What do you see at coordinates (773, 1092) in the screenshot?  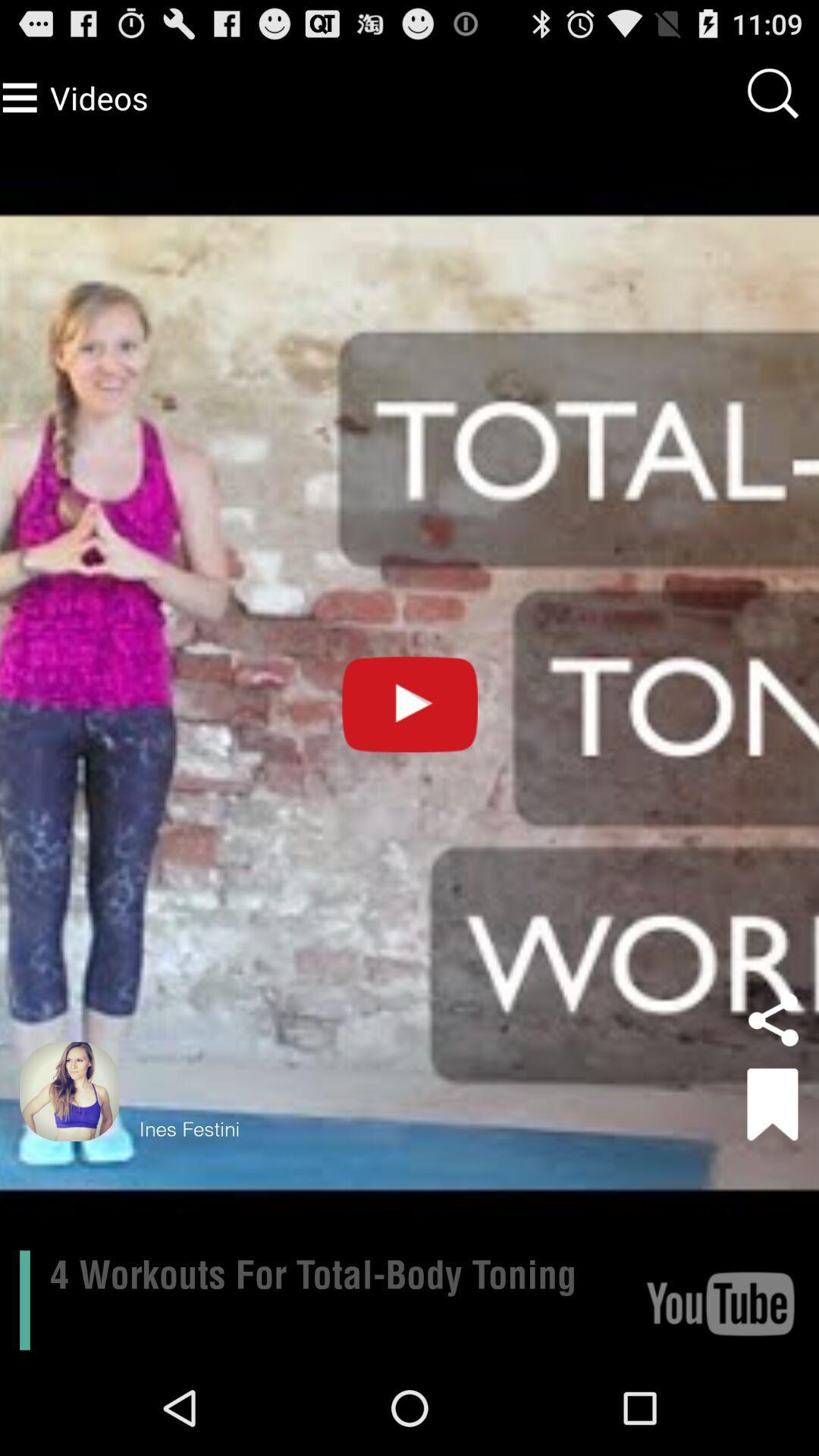 I see `the share icon` at bounding box center [773, 1092].